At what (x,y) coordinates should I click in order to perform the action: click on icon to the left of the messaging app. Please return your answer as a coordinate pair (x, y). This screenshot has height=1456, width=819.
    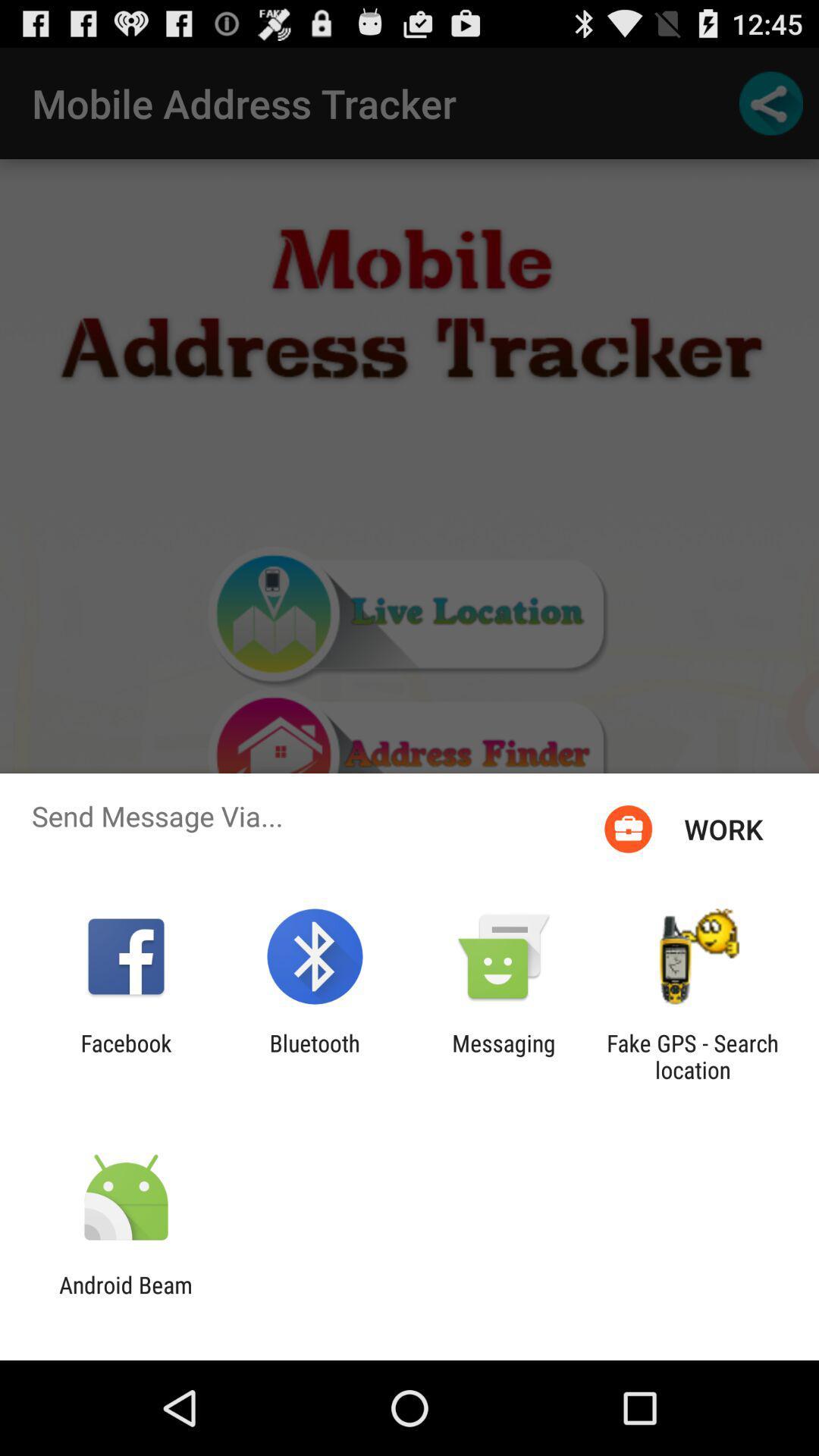
    Looking at the image, I should click on (314, 1056).